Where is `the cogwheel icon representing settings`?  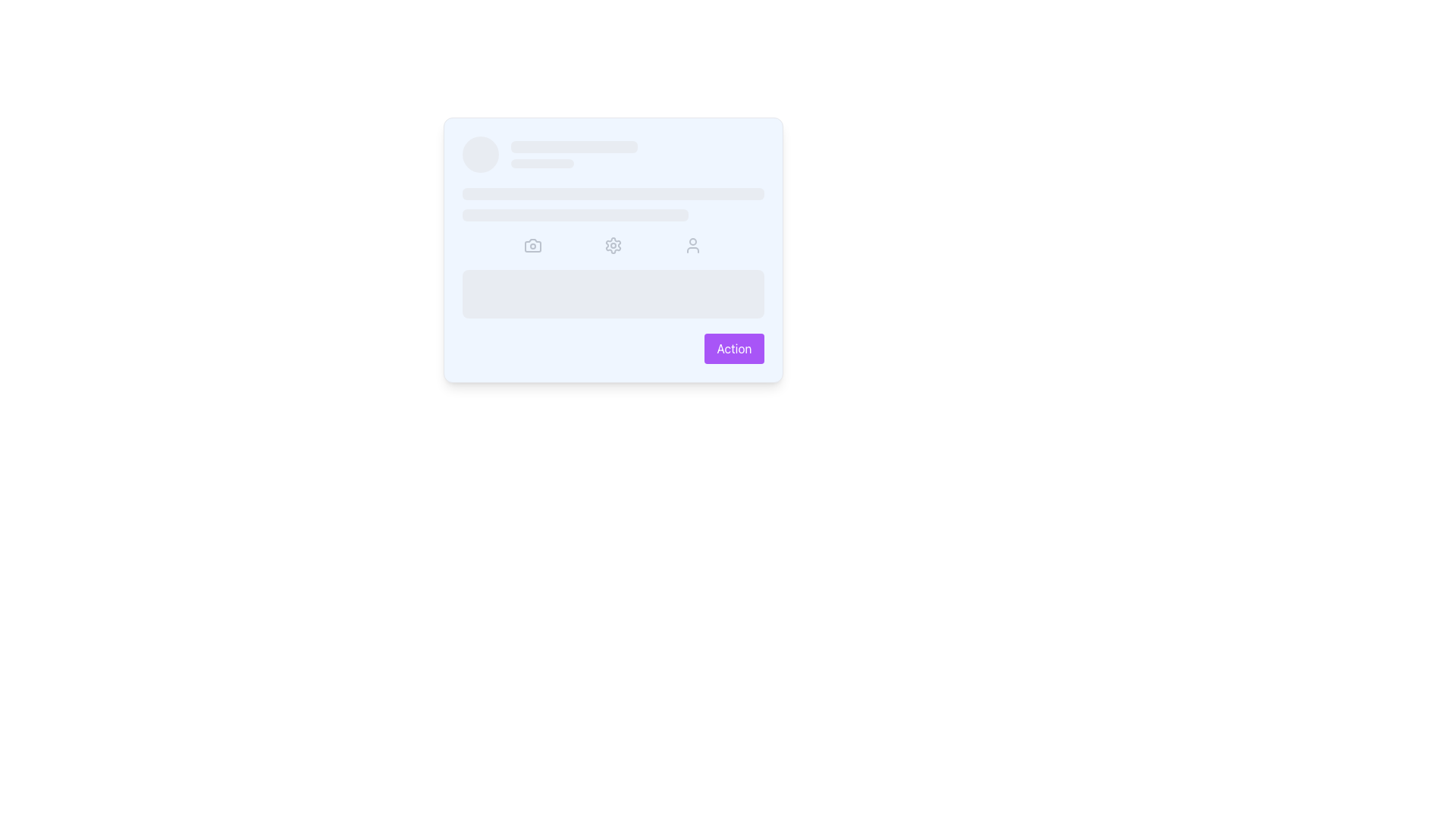 the cogwheel icon representing settings is located at coordinates (613, 245).